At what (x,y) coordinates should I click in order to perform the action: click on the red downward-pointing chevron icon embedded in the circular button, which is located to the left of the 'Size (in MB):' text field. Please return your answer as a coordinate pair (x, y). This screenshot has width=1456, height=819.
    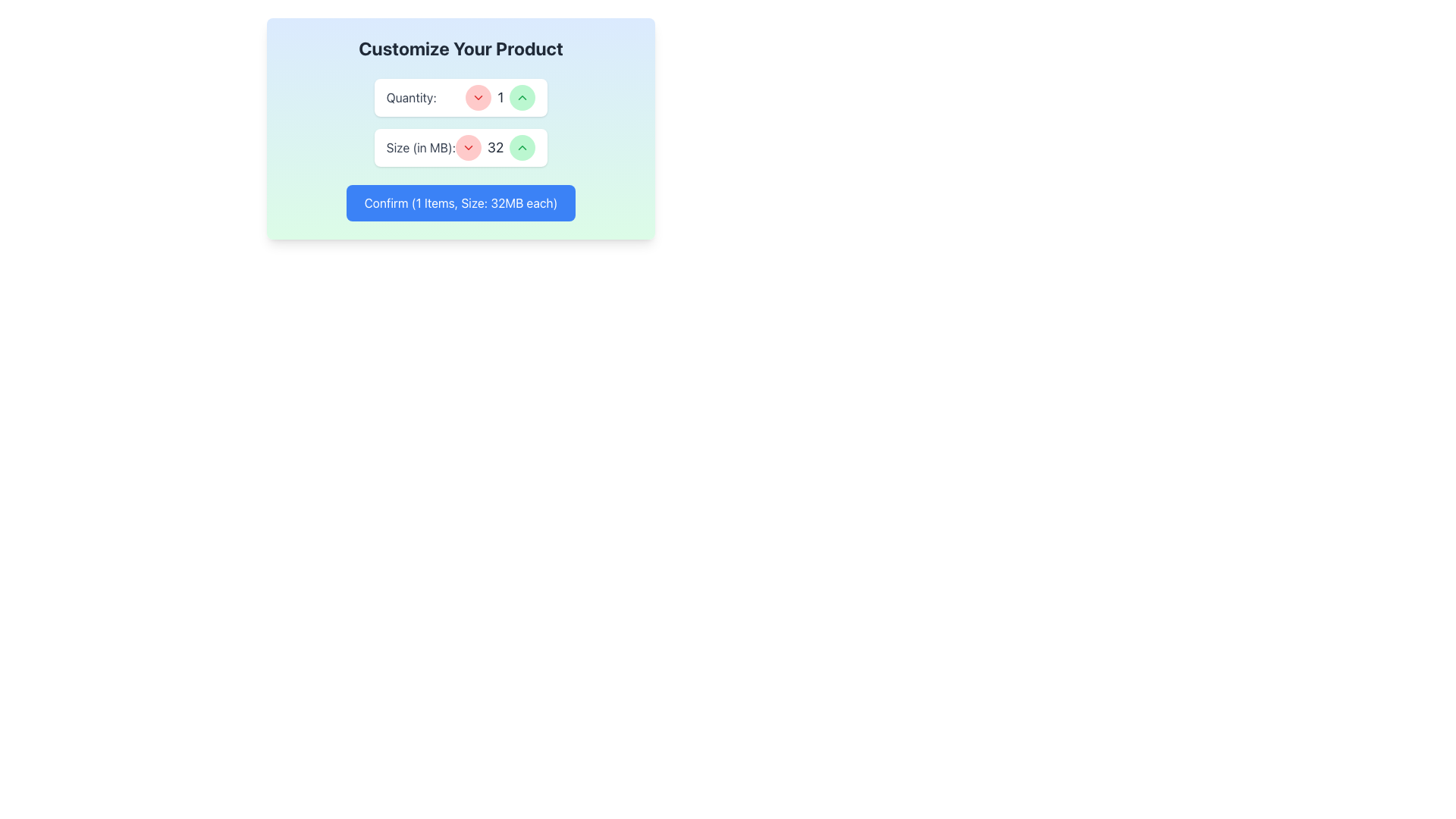
    Looking at the image, I should click on (468, 148).